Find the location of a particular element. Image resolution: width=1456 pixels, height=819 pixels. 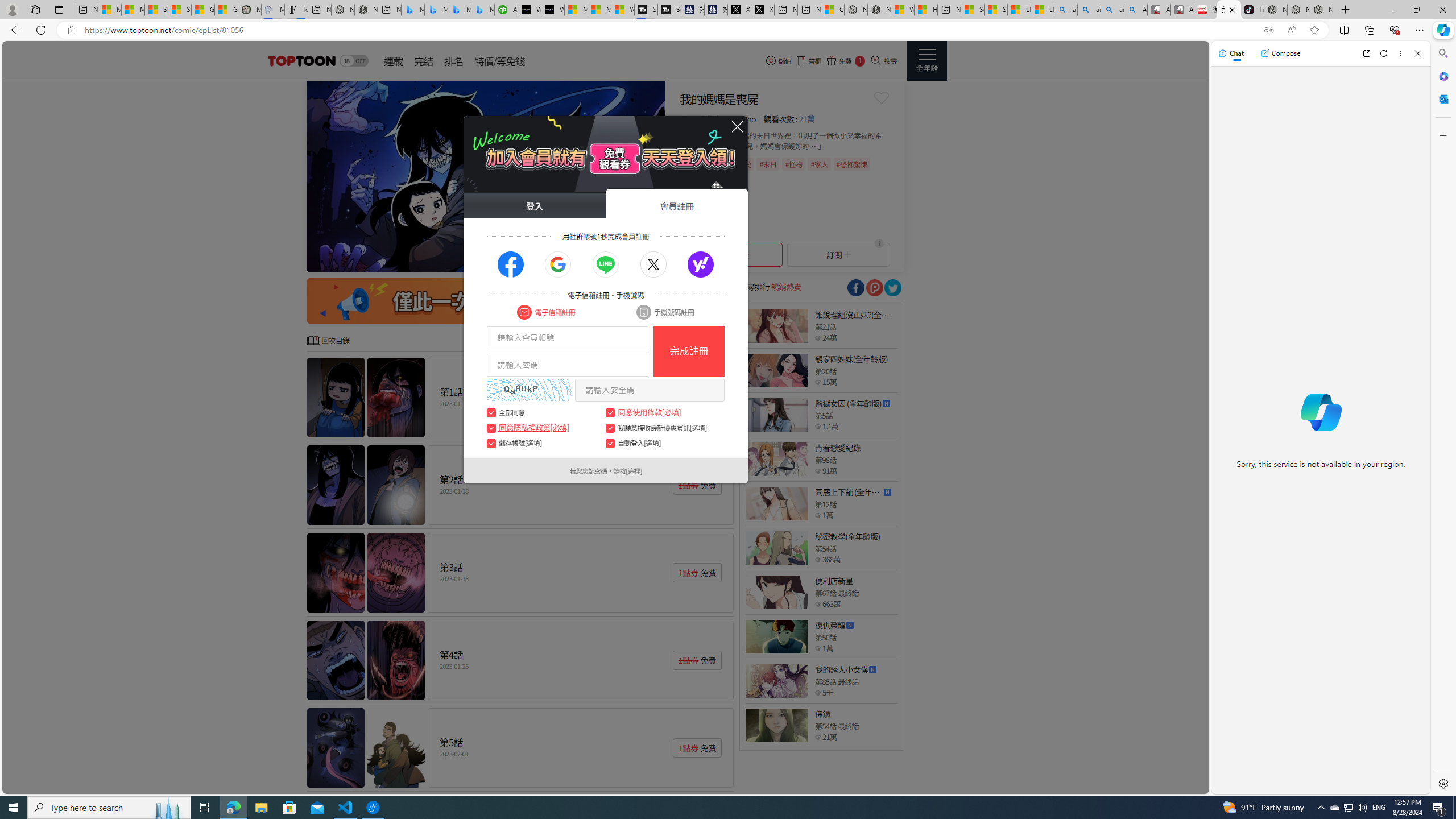

'Class: swiper-slide swiper-slide-prev' is located at coordinates (486, 176).